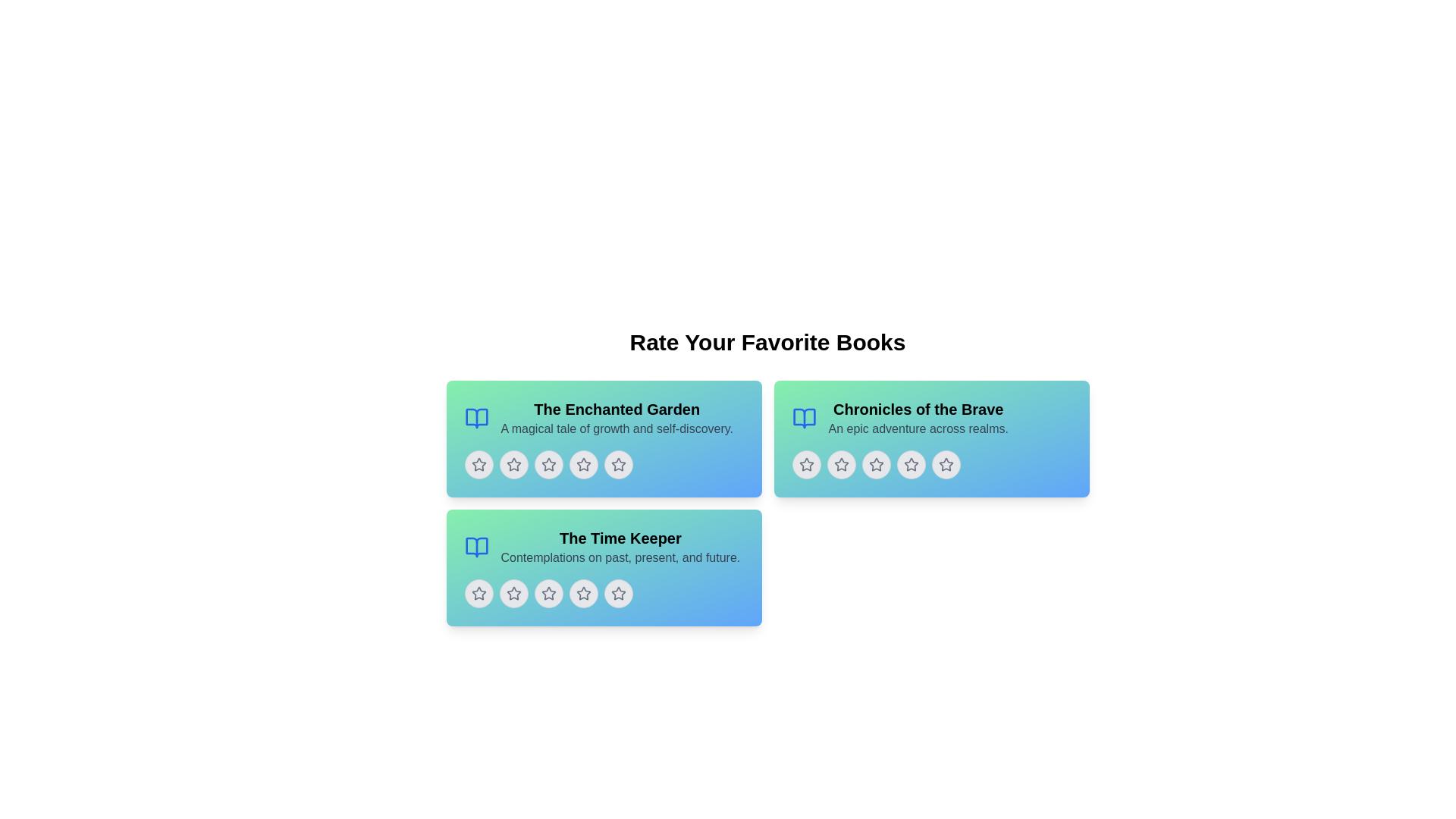 The image size is (1456, 819). What do you see at coordinates (513, 463) in the screenshot?
I see `the second star in the group of five rating stars below the text description of the book 'The Enchanted Garden'` at bounding box center [513, 463].